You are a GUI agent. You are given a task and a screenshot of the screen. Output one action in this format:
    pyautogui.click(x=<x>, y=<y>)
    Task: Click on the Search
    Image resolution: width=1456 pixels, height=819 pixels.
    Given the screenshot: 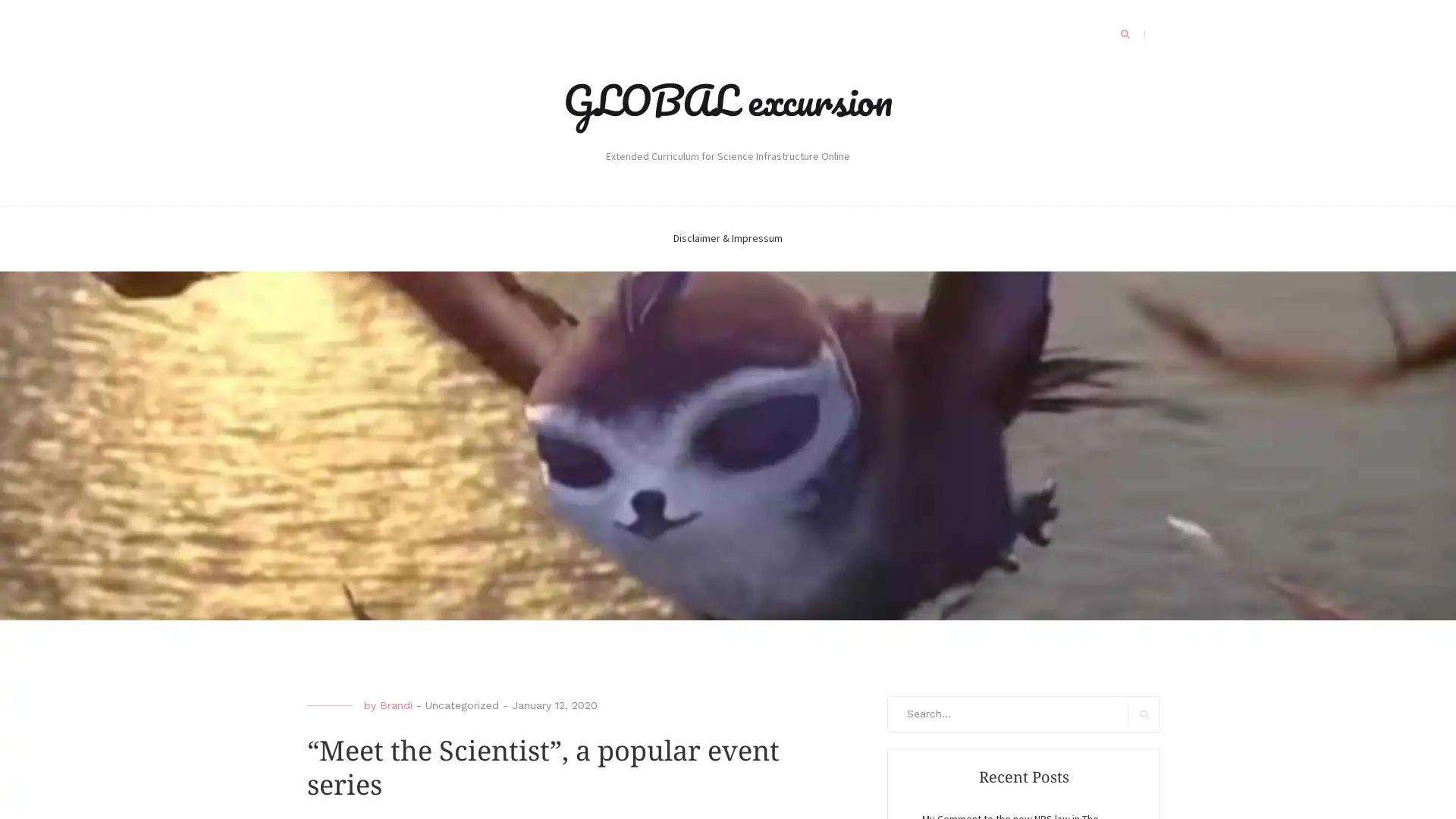 What is the action you would take?
    pyautogui.click(x=1144, y=714)
    